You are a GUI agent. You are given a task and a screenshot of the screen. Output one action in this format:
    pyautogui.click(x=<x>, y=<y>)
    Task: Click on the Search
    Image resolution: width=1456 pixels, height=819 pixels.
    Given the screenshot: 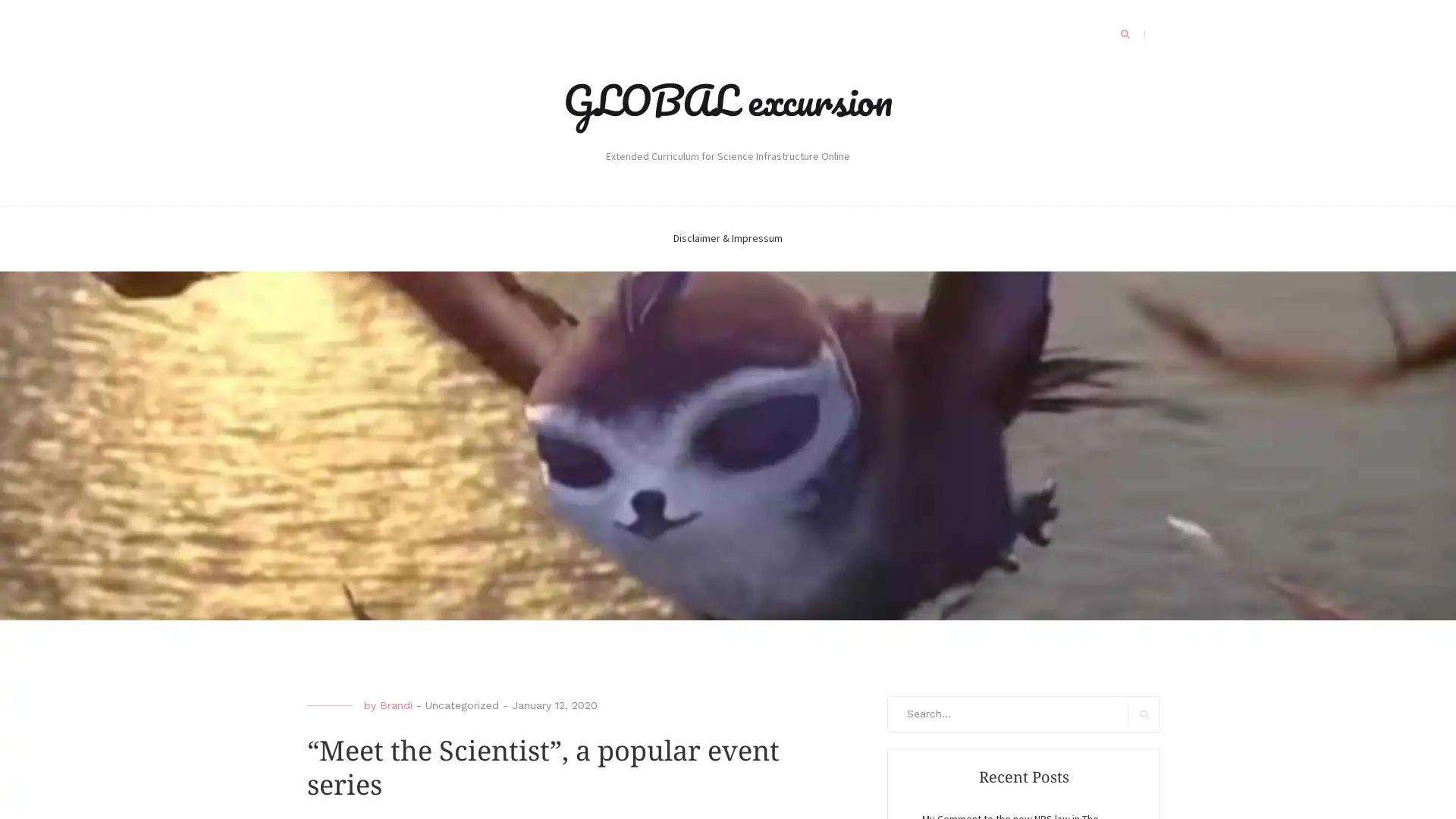 What is the action you would take?
    pyautogui.click(x=1144, y=714)
    